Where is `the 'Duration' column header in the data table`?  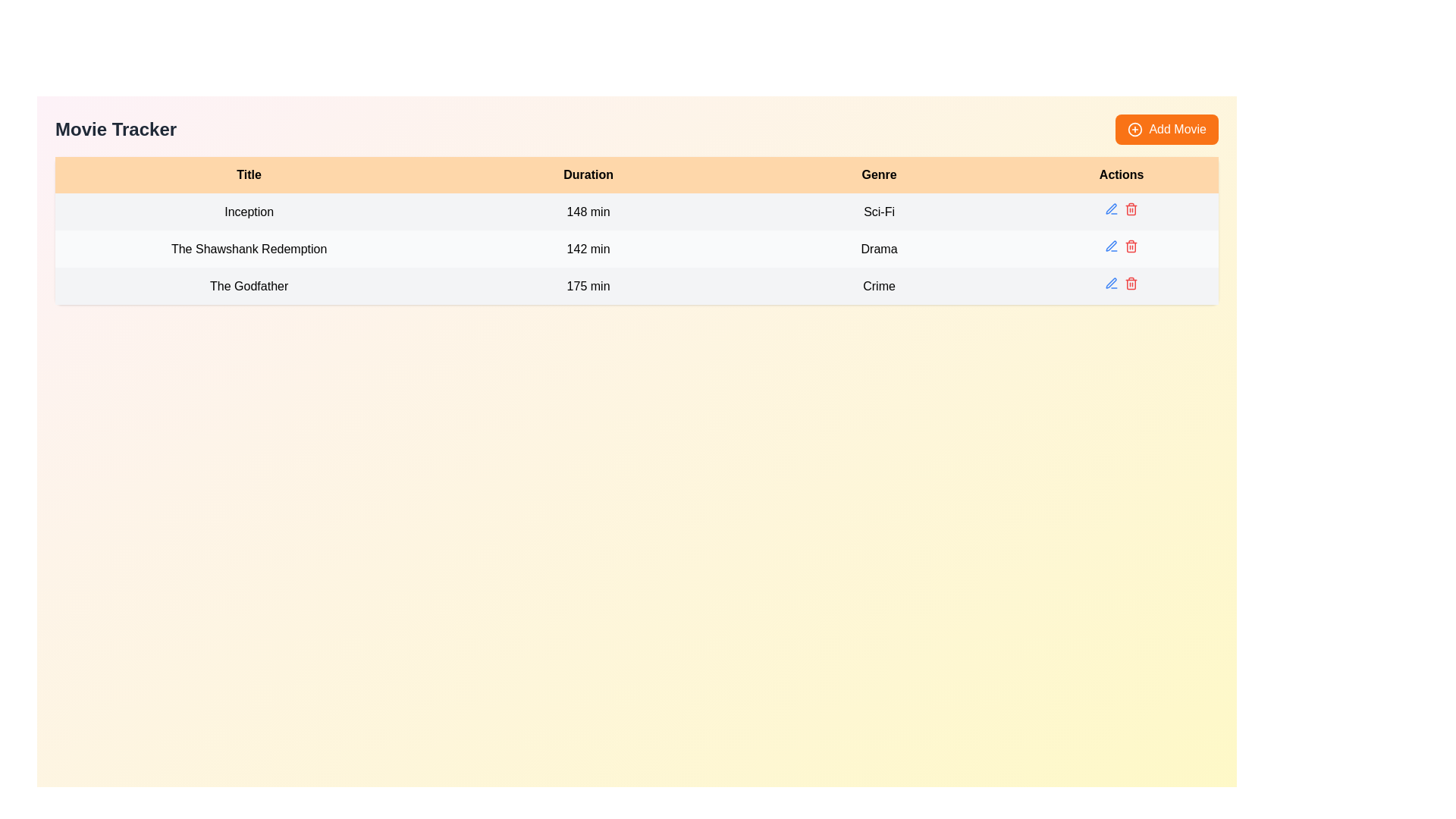 the 'Duration' column header in the data table is located at coordinates (588, 174).